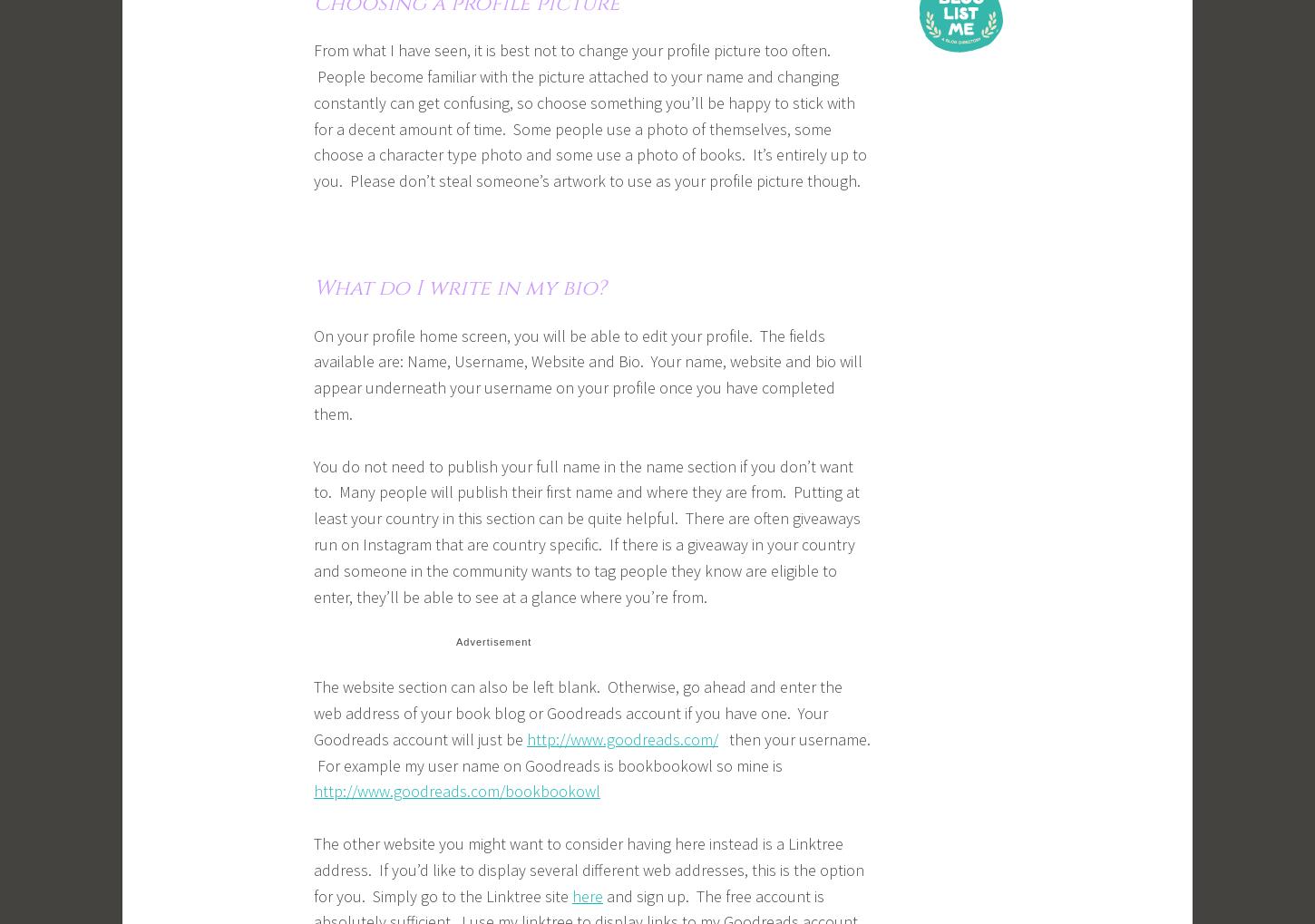  What do you see at coordinates (590, 751) in the screenshot?
I see `'then your username.  For example my user name on Goodreads is bookbookowl so mine is'` at bounding box center [590, 751].